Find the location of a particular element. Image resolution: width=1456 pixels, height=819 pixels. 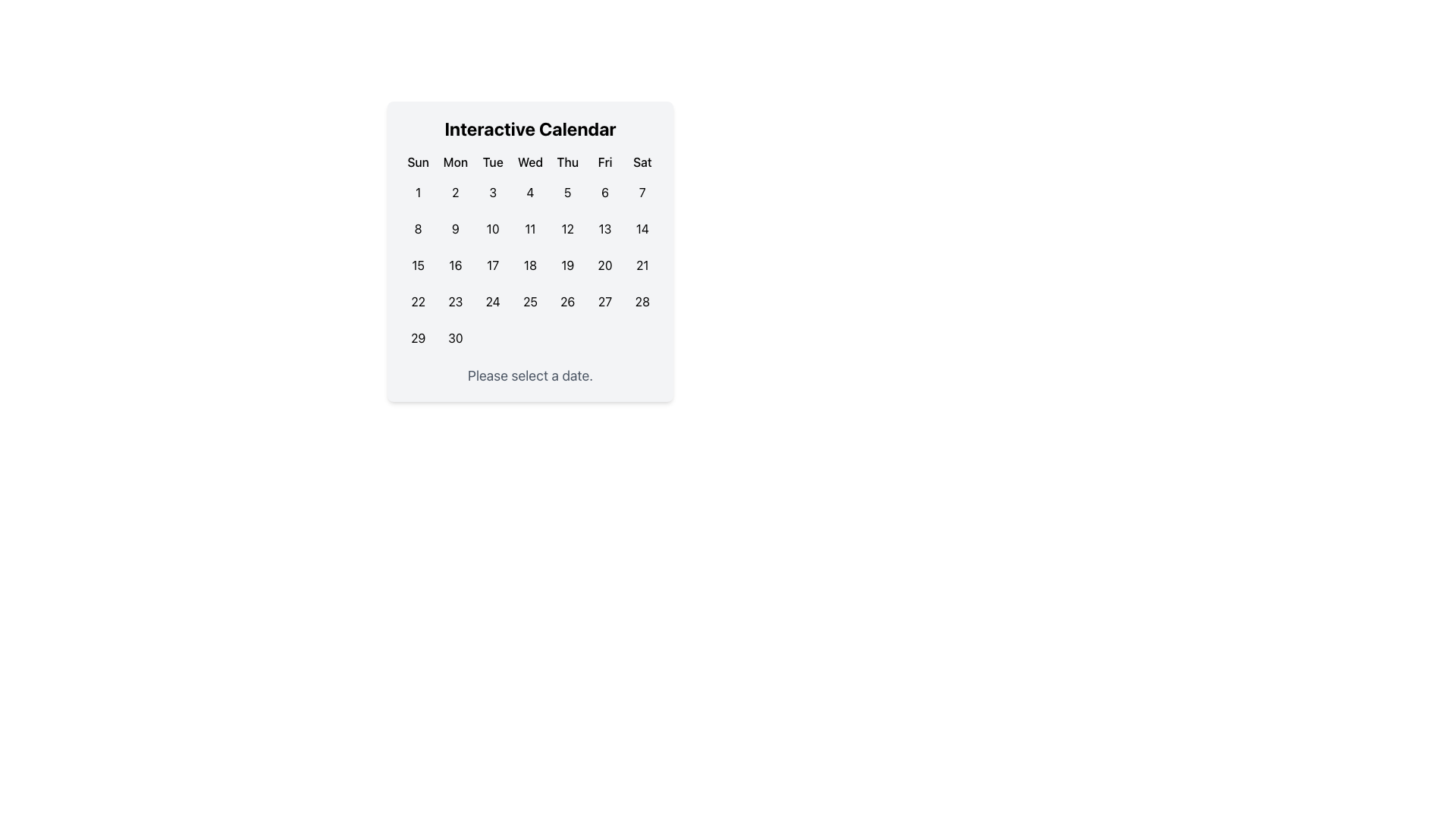

the text element styled as a calendar day component representing the seventh day, located under the 'Sat' header in the first row and seventh column of the calendar grid is located at coordinates (642, 192).